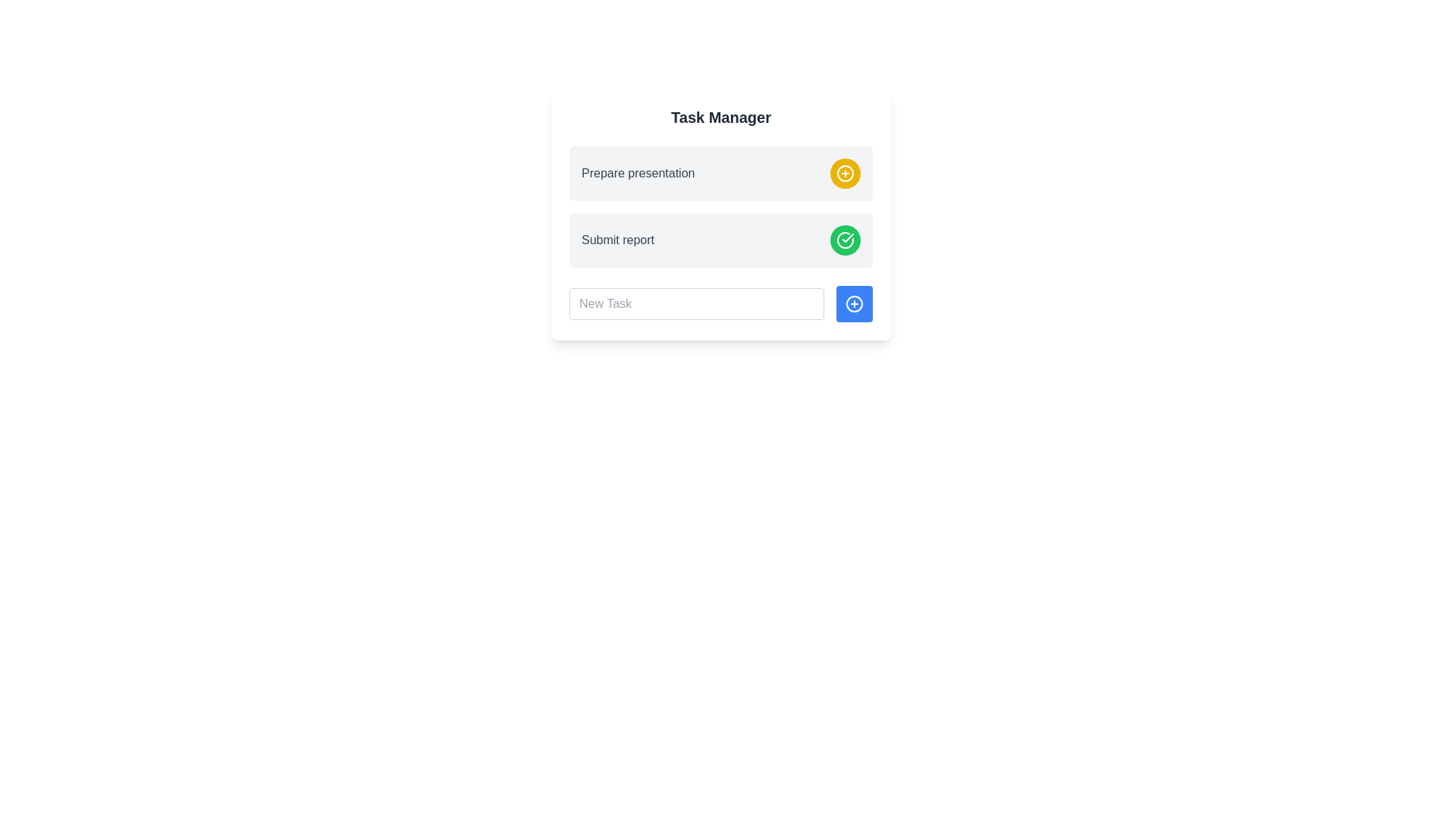  What do you see at coordinates (855, 304) in the screenshot?
I see `the circular icon button with a blue background and a white outlined plus sign located in the bottom-right corner next to the 'New Task' input field` at bounding box center [855, 304].